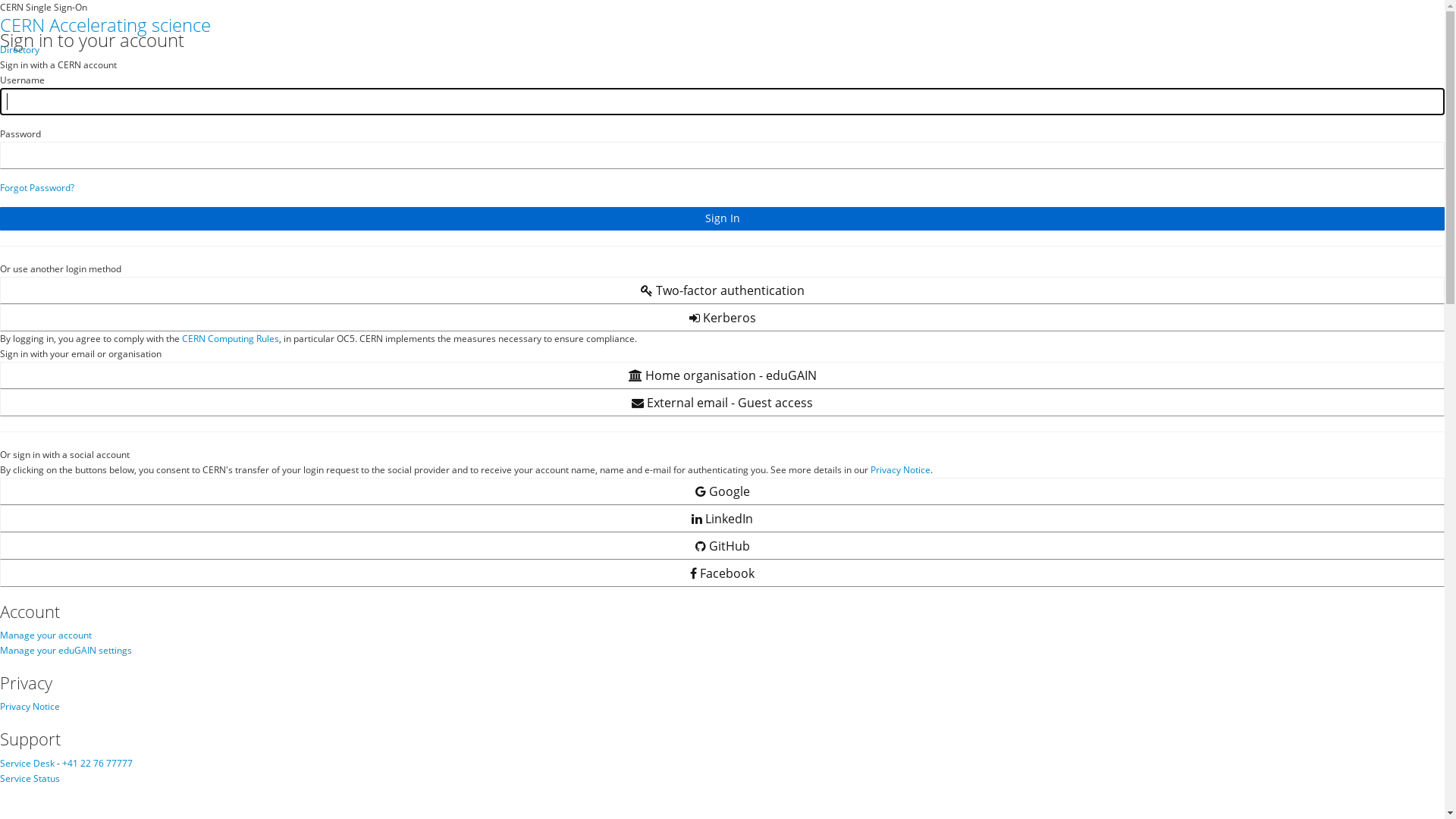 This screenshot has width=1456, height=819. Describe the element at coordinates (229, 337) in the screenshot. I see `'CERN Computing Rules'` at that location.